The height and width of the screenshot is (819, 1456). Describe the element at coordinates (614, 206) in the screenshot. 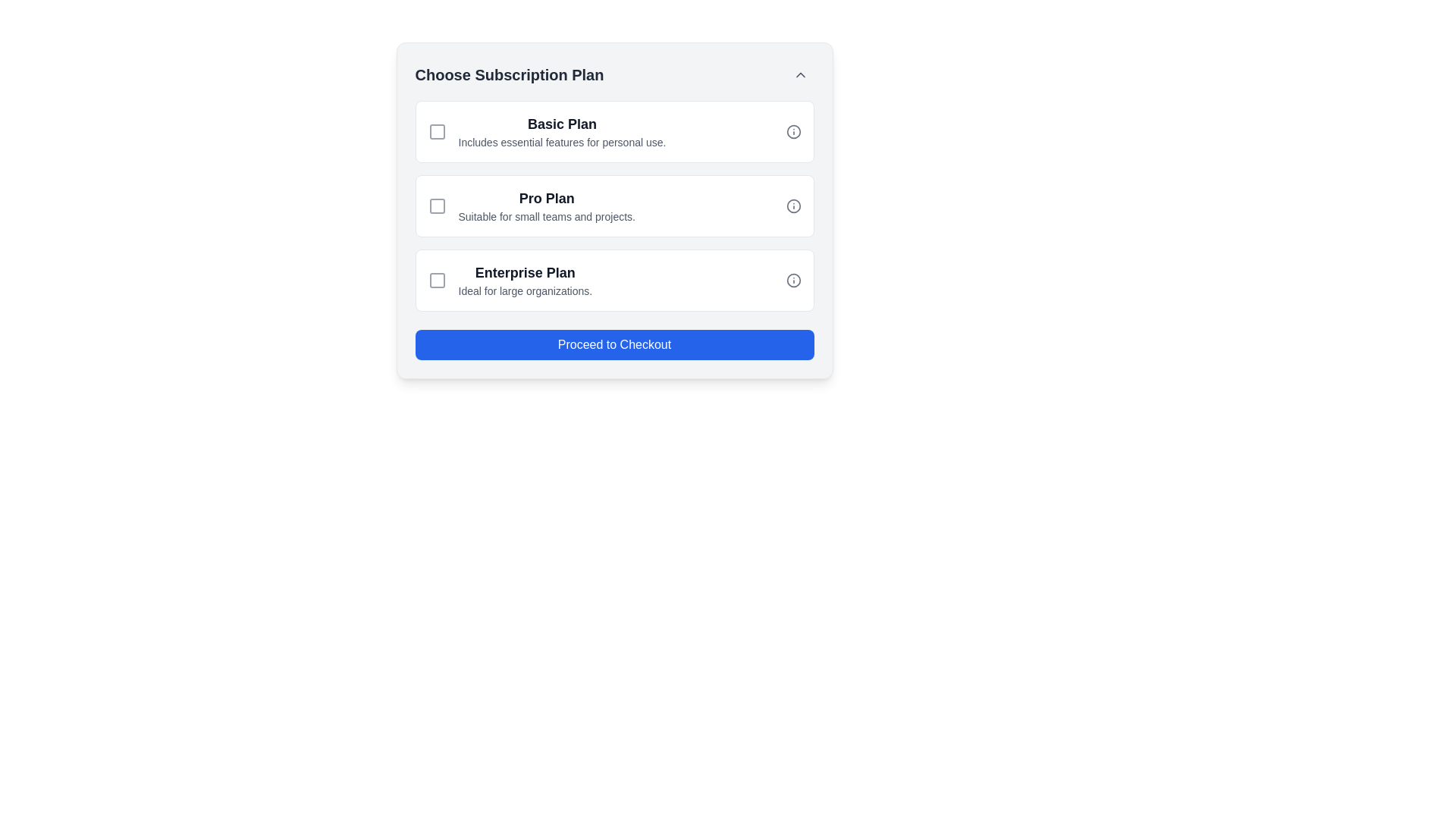

I see `the circular information icon next to the subscription options in the 'Choose Subscription Plan' card` at that location.